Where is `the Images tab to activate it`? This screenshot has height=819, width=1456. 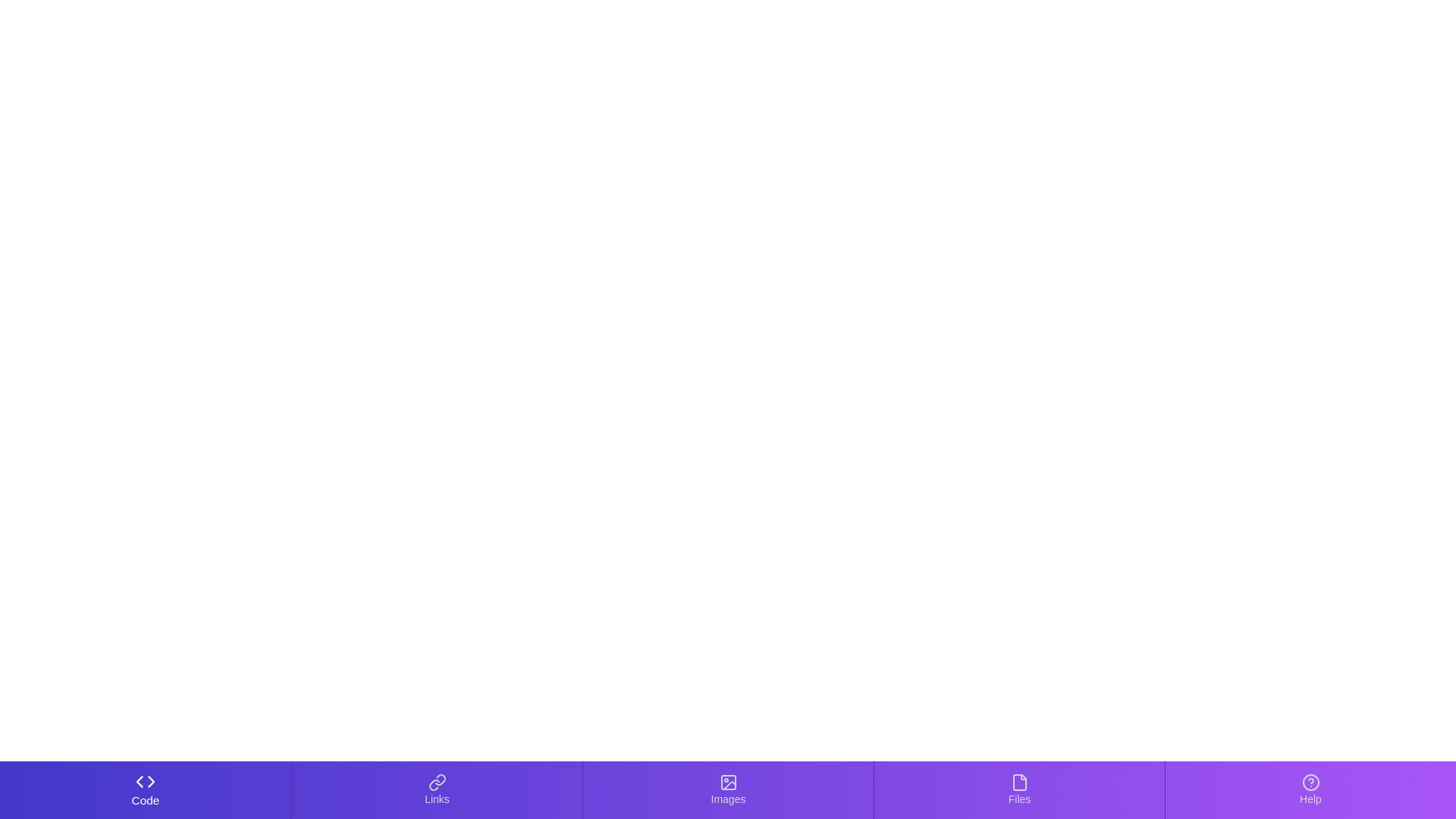
the Images tab to activate it is located at coordinates (728, 789).